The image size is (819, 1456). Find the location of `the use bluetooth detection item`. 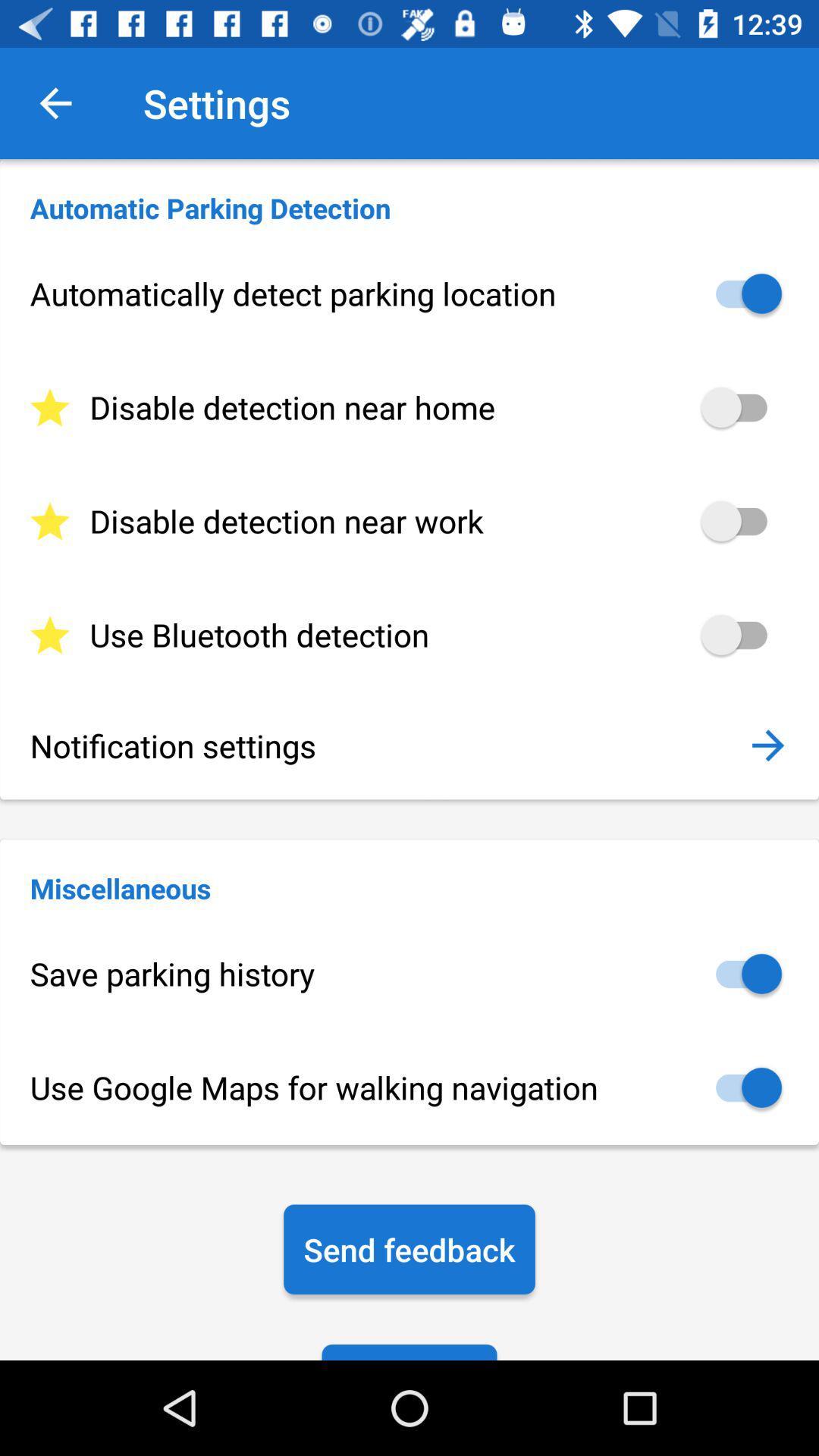

the use bluetooth detection item is located at coordinates (409, 635).